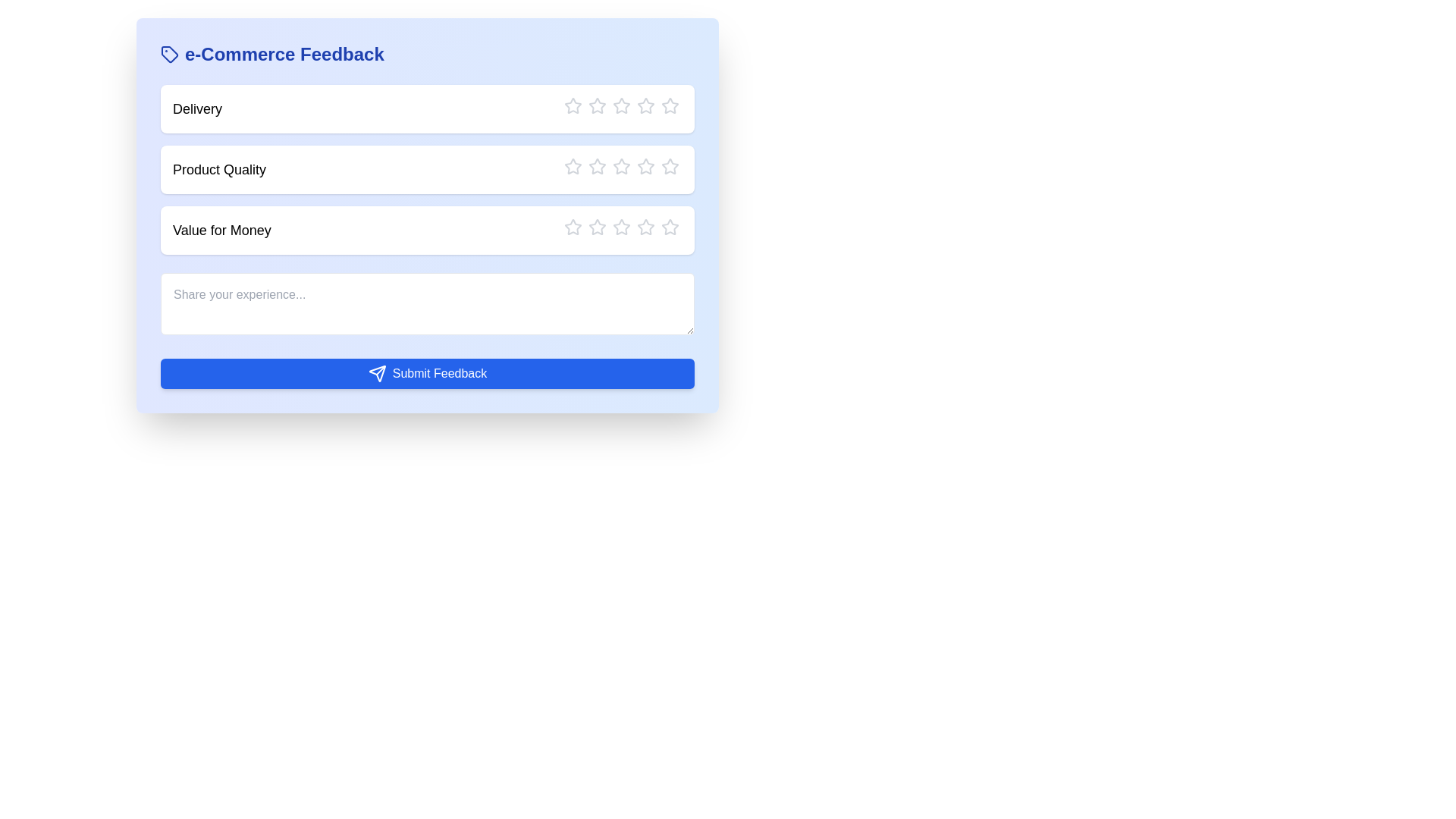 This screenshot has width=1456, height=819. Describe the element at coordinates (588, 105) in the screenshot. I see `the star corresponding to the rating 2 for the category Delivery` at that location.